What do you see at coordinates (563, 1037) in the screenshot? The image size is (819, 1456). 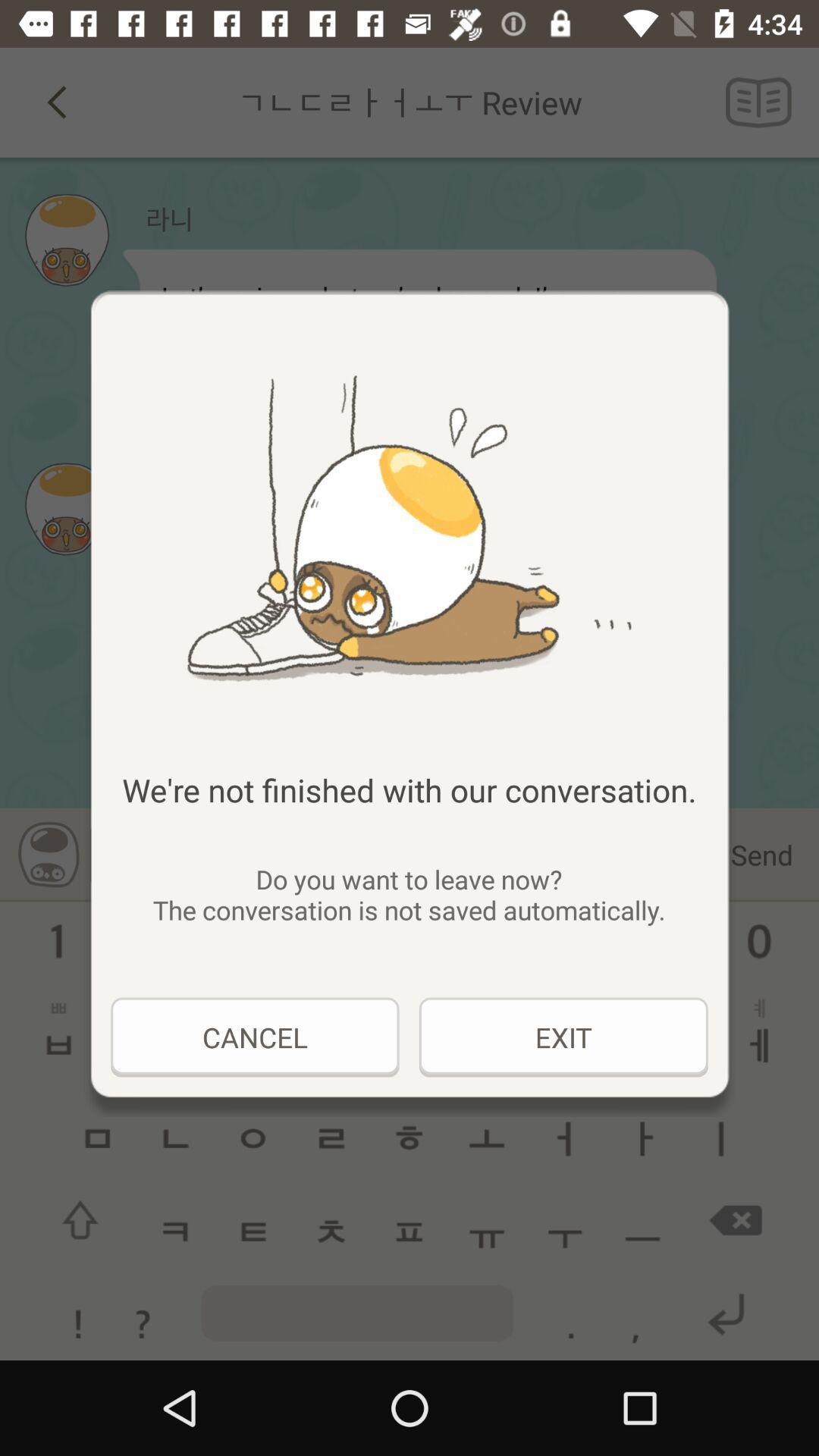 I see `the item next to the cancel item` at bounding box center [563, 1037].